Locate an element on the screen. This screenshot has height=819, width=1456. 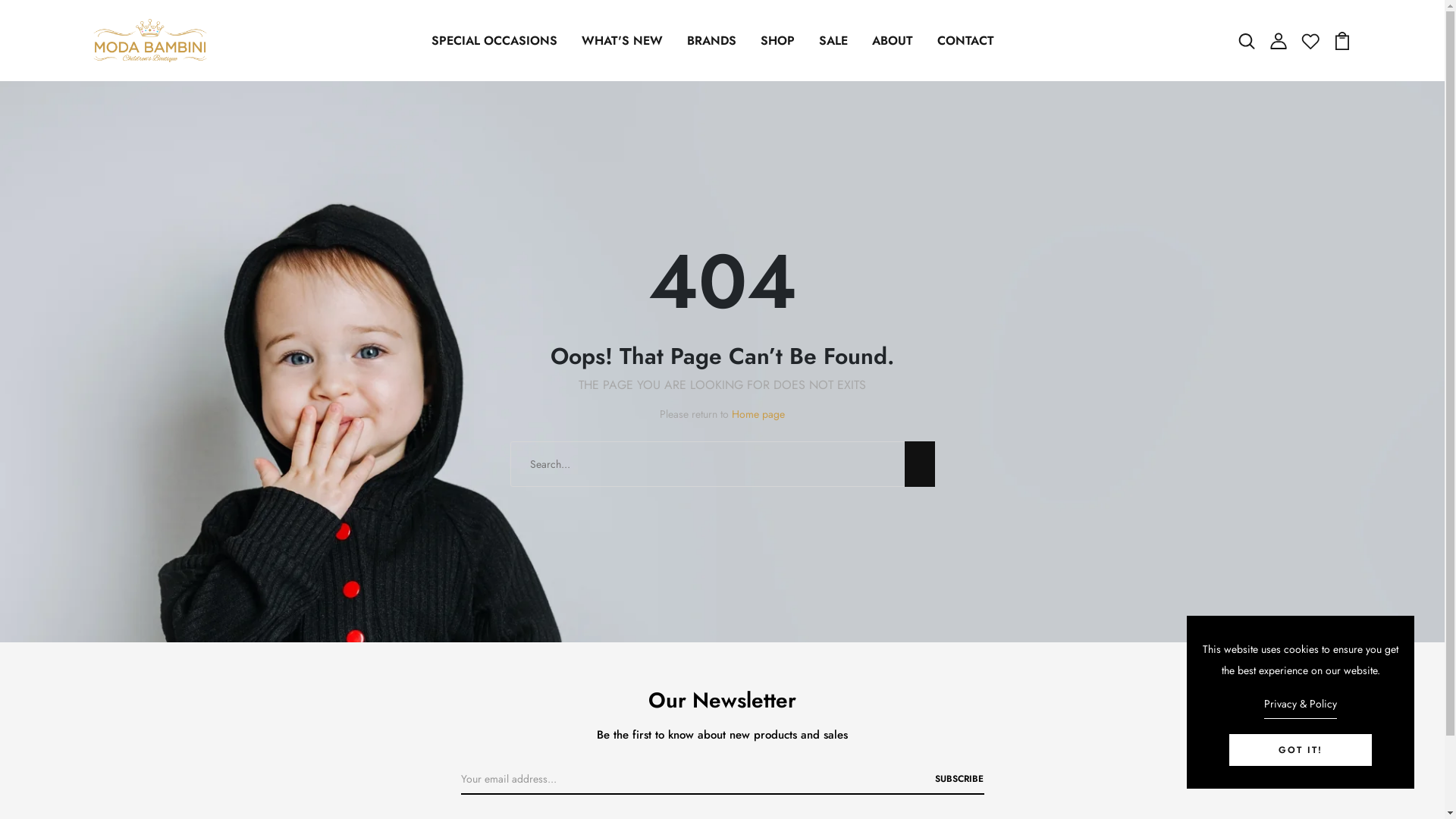
'WHAT'S NEW' is located at coordinates (622, 40).